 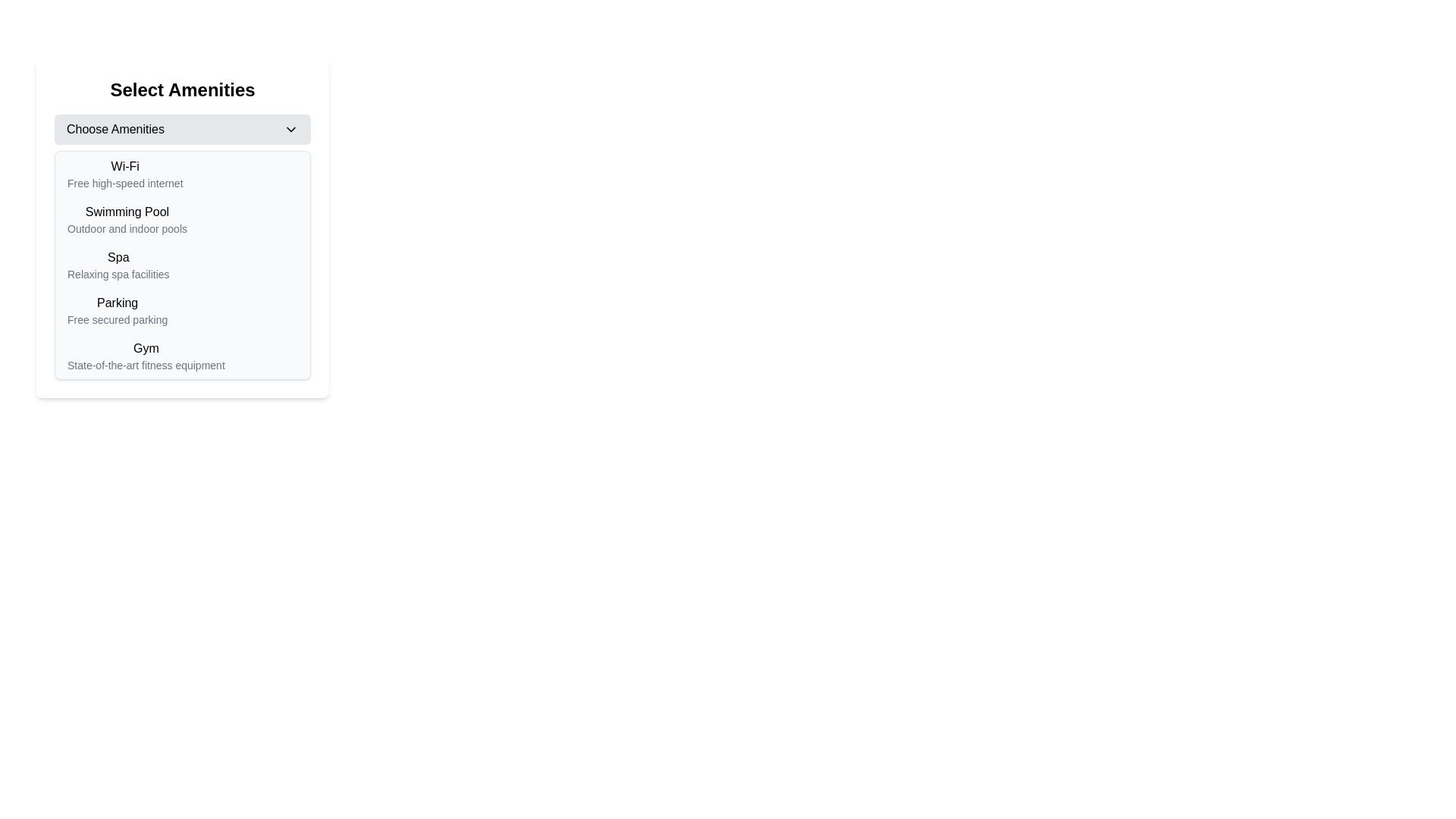 What do you see at coordinates (117, 318) in the screenshot?
I see `text label displaying 'Free secured parking' located underneath the 'Parking' title in the 'Select Amenities' section` at bounding box center [117, 318].